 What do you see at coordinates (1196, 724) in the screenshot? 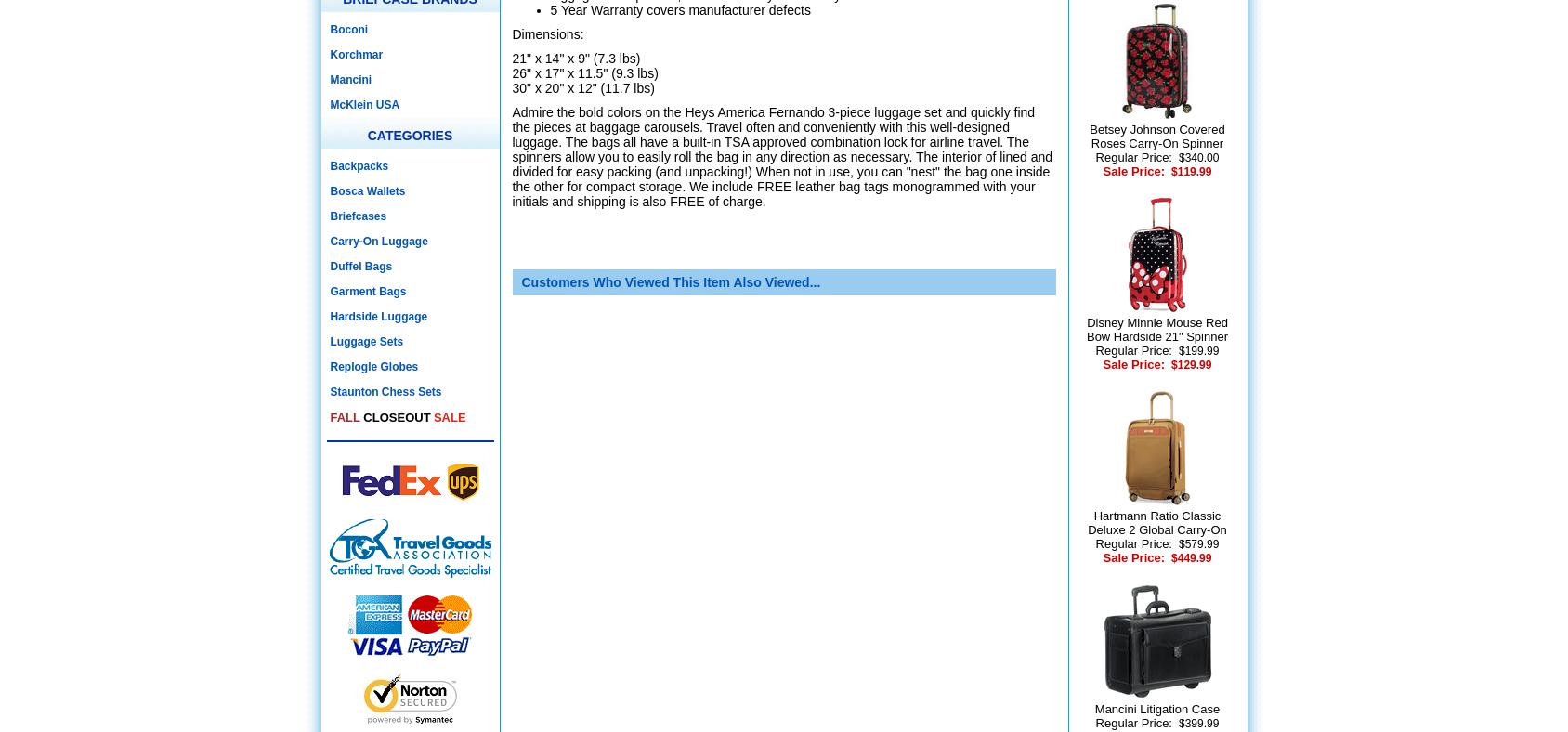
I see `'$399.99'` at bounding box center [1196, 724].